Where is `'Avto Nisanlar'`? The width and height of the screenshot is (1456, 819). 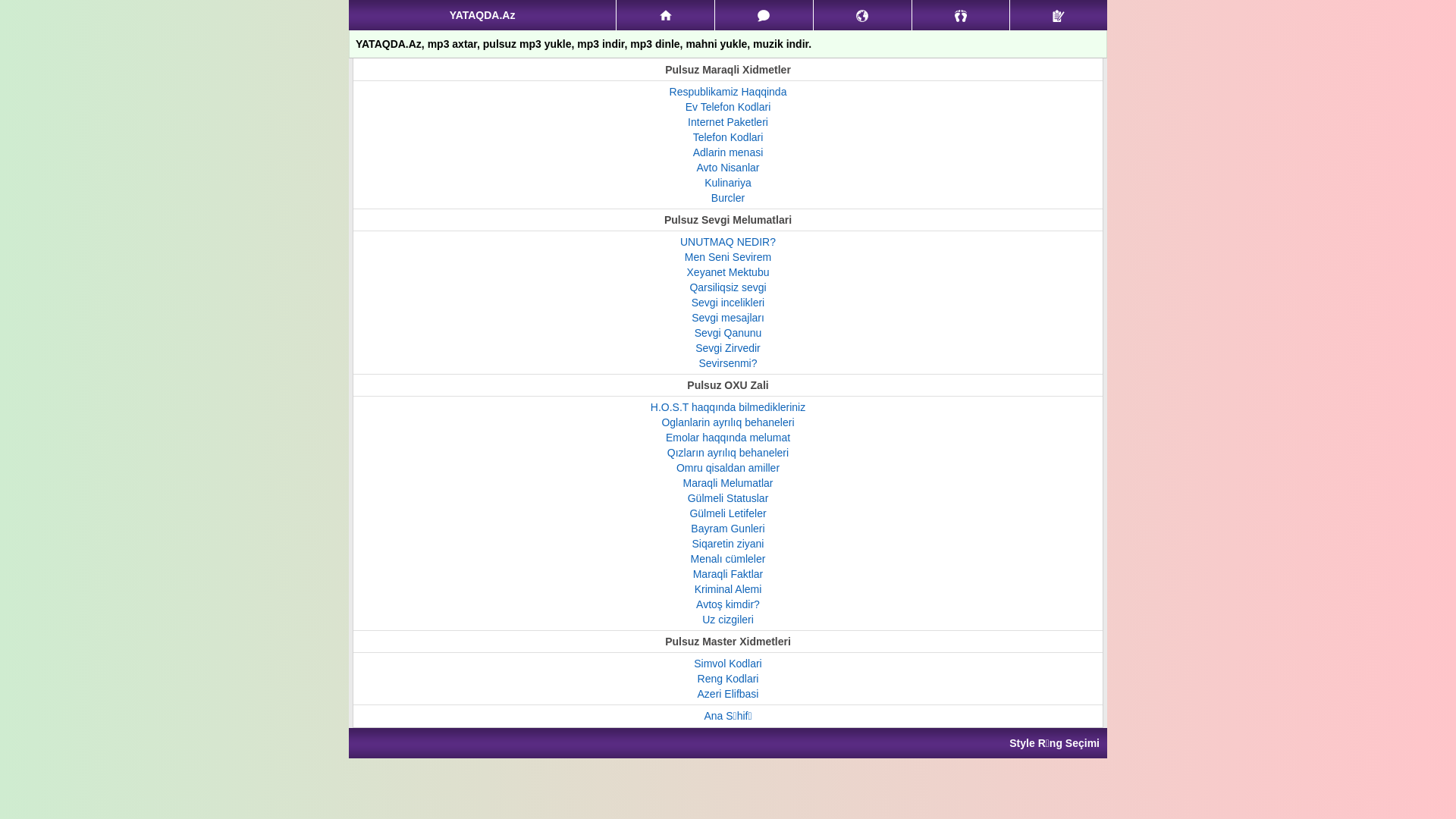 'Avto Nisanlar' is located at coordinates (726, 167).